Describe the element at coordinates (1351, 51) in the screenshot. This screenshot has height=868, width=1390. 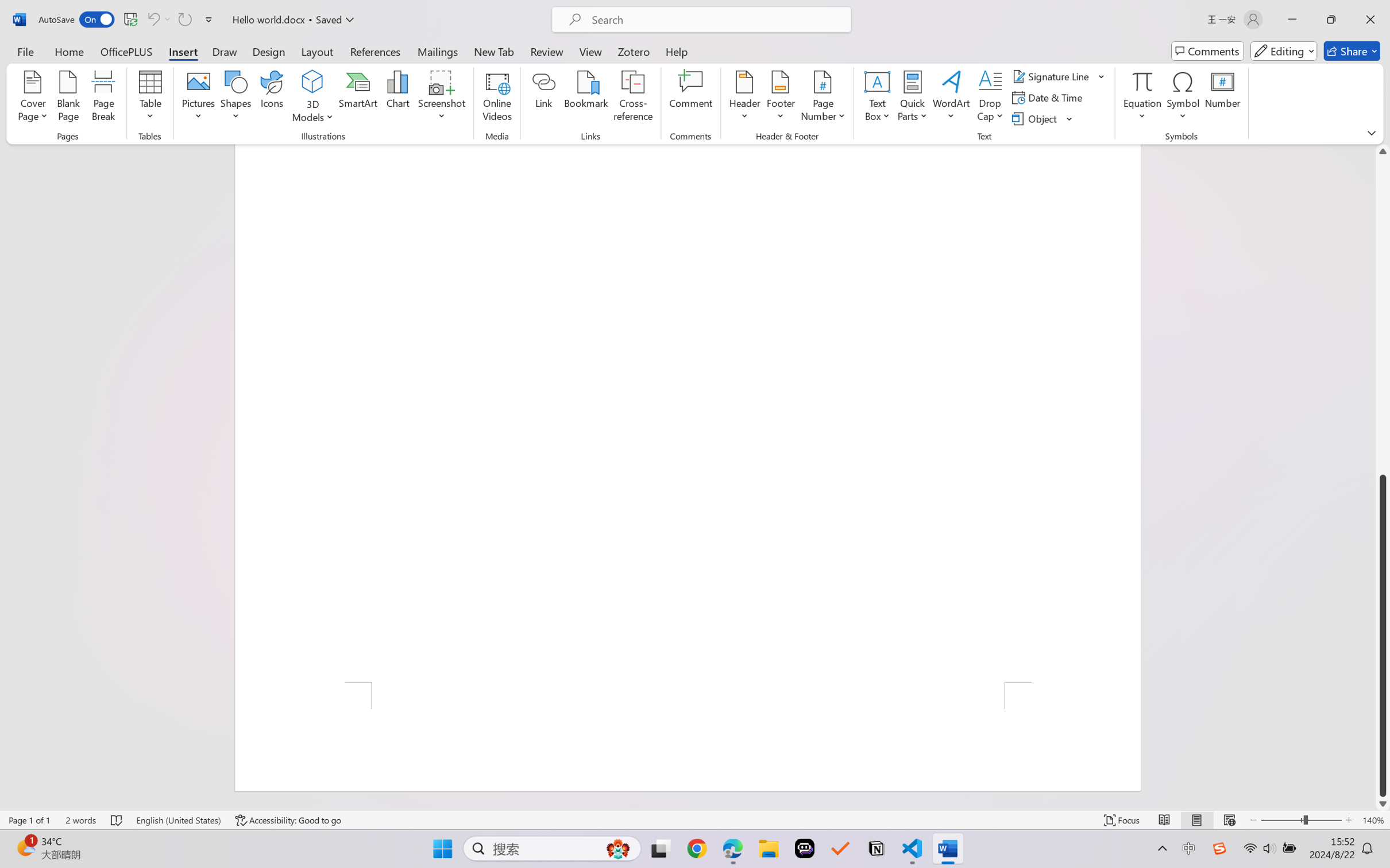
I see `'Share'` at that location.